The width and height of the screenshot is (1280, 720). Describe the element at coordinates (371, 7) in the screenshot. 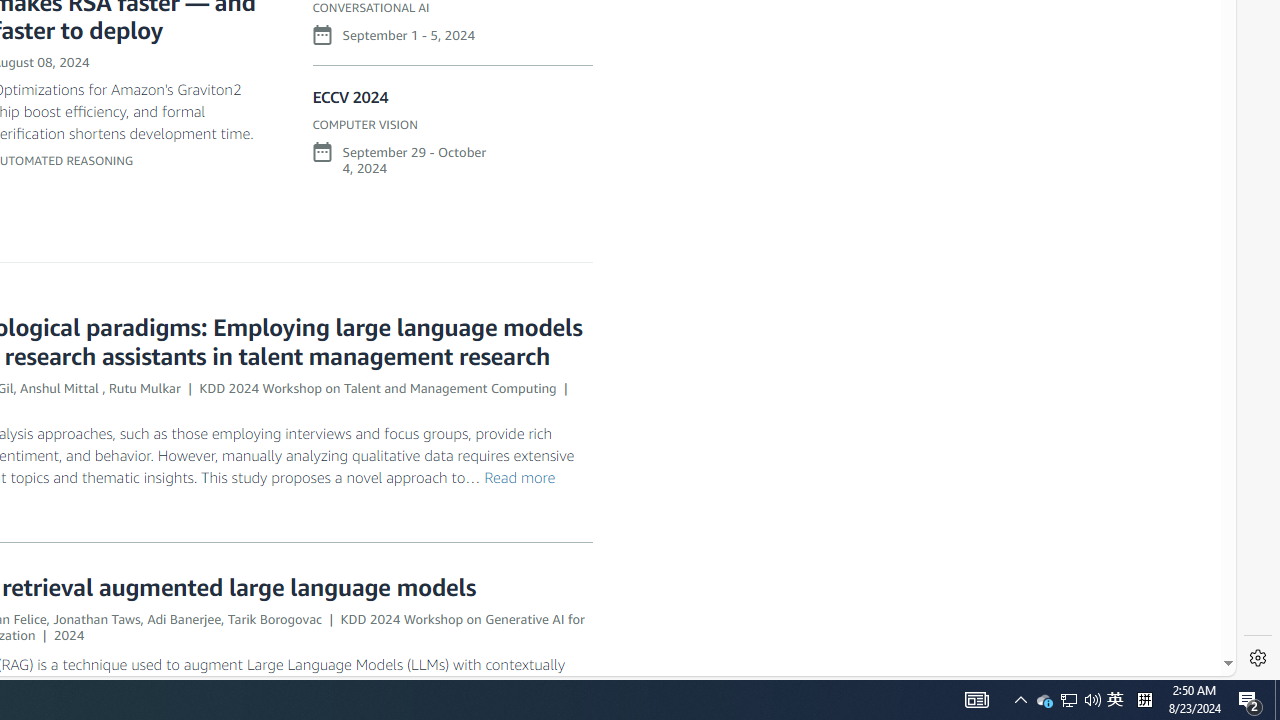

I see `'CONVERSATIONAL AI'` at that location.